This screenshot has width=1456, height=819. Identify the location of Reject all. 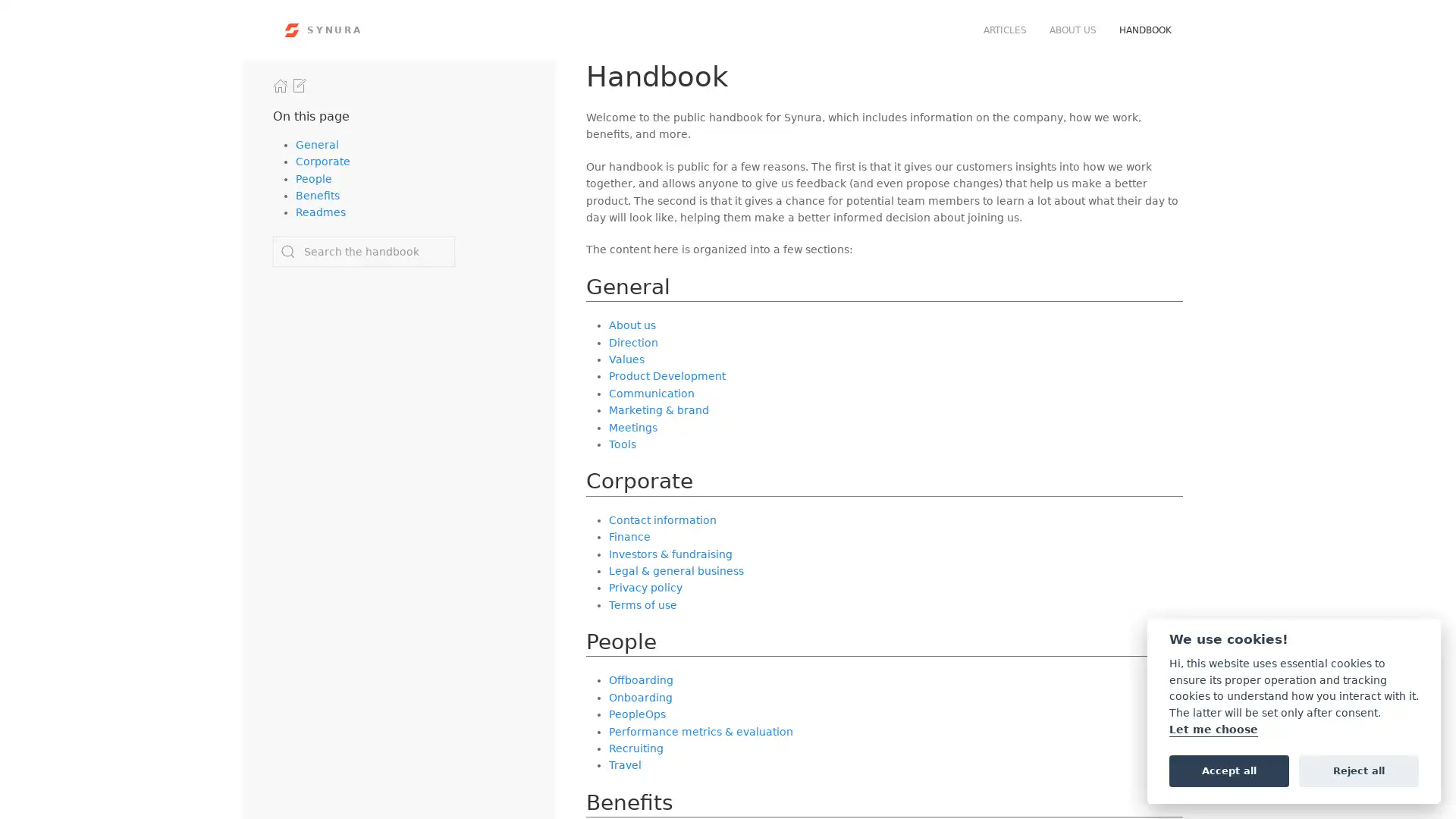
(1358, 770).